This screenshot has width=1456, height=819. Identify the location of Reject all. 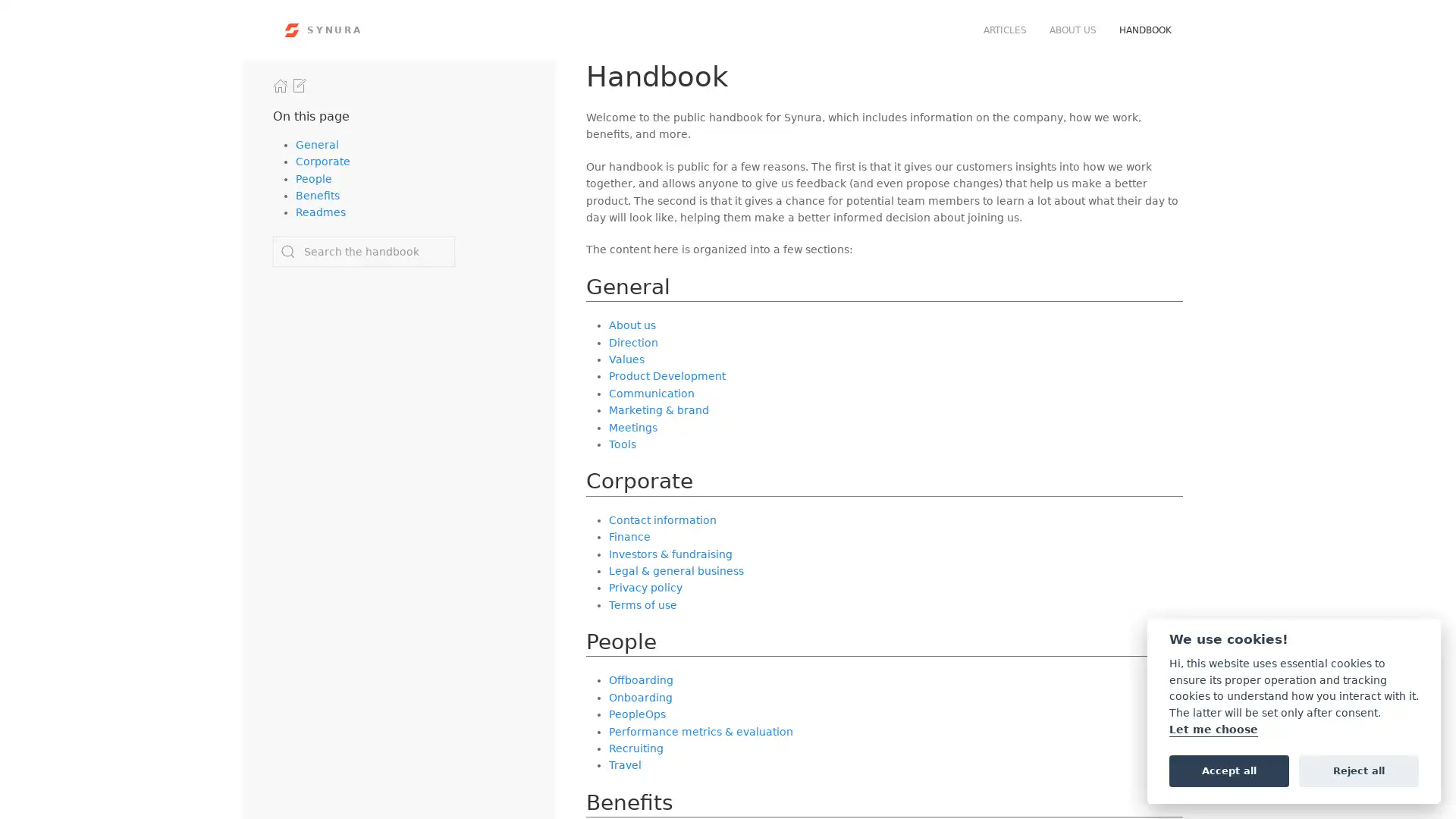
(1358, 770).